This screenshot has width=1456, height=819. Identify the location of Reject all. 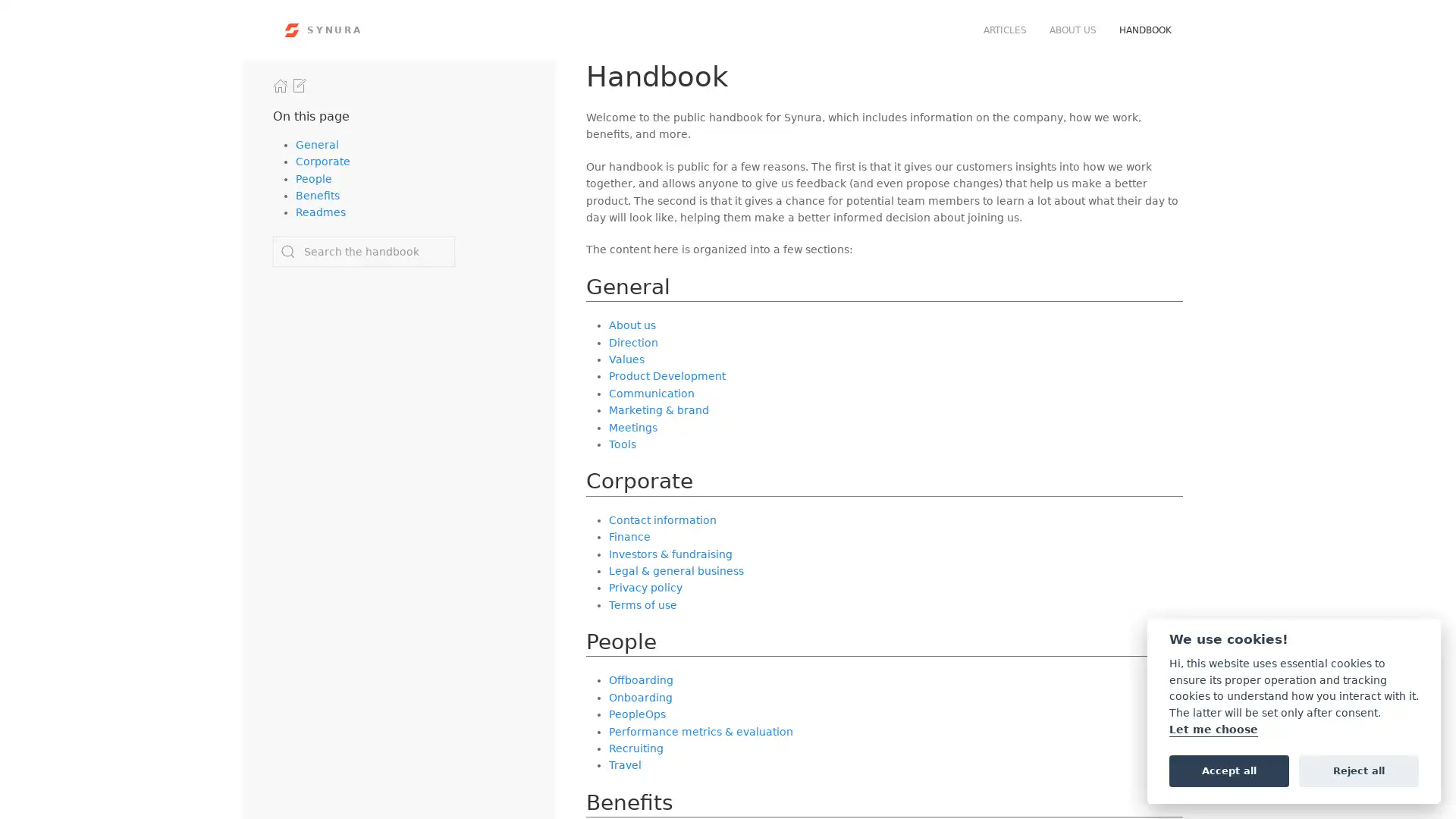
(1358, 770).